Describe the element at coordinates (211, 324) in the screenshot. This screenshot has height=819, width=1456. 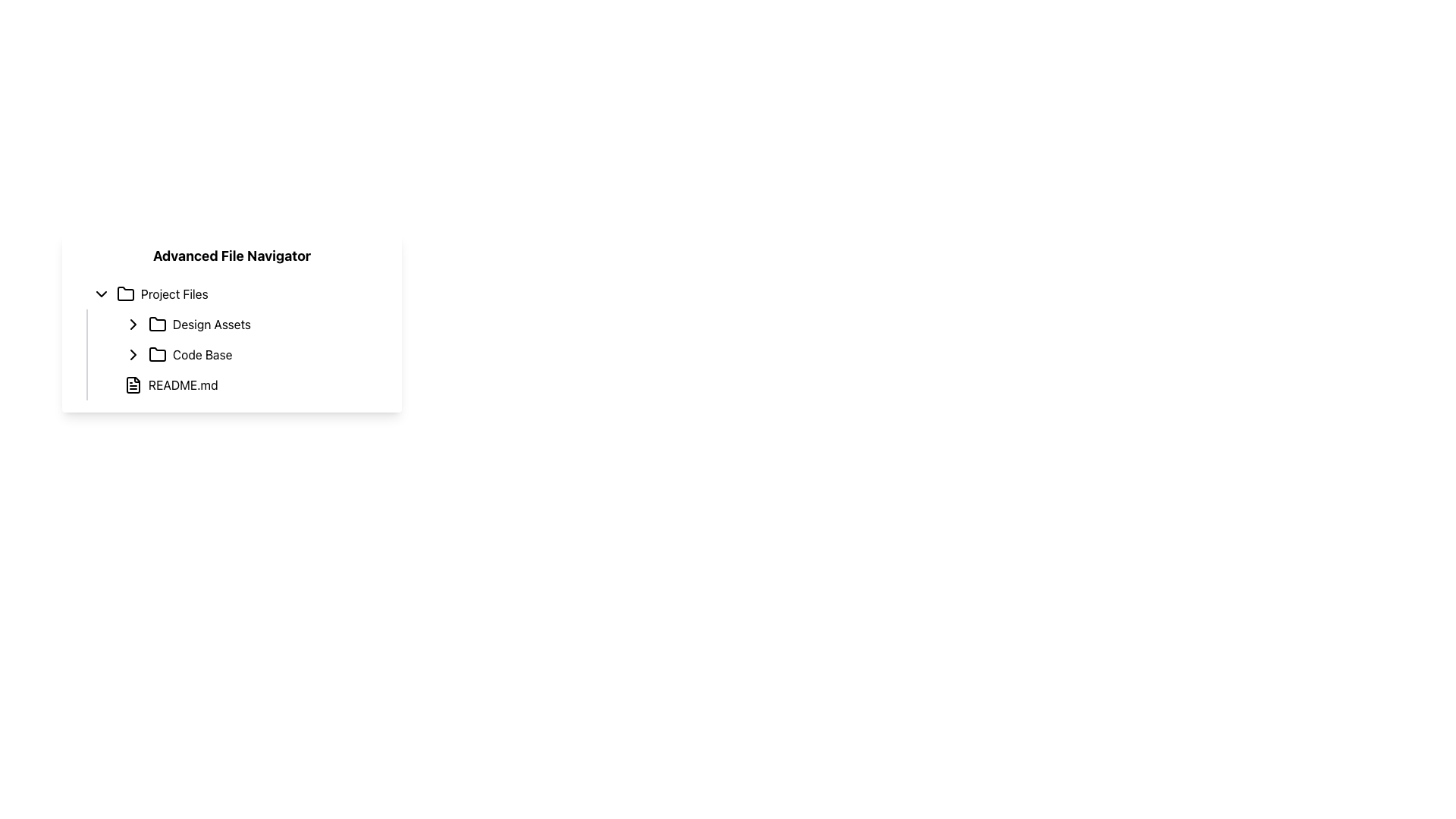
I see `the static text label 'Design Assets' in the hierarchical file navigator interface` at that location.